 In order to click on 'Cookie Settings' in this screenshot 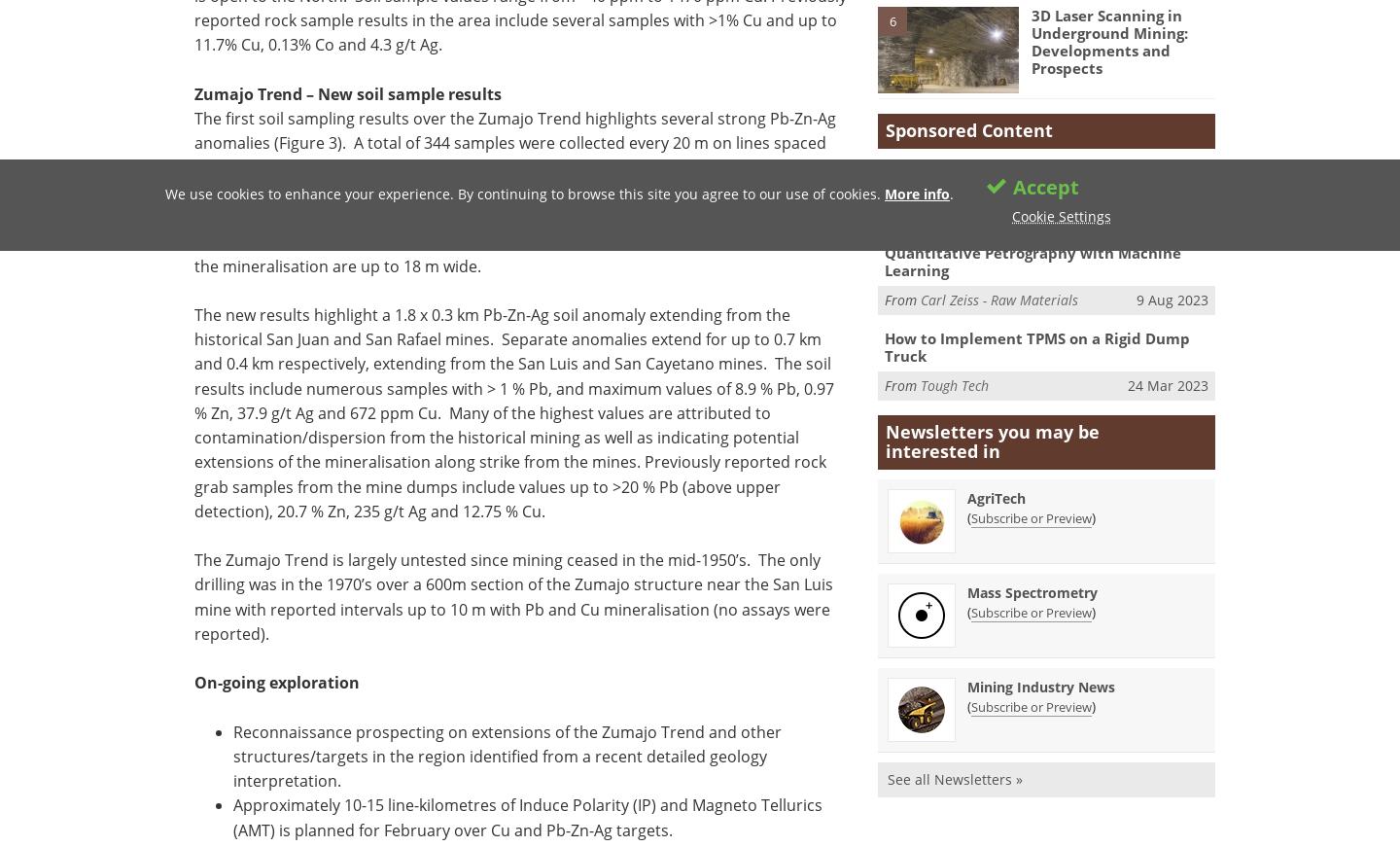, I will do `click(1060, 216)`.